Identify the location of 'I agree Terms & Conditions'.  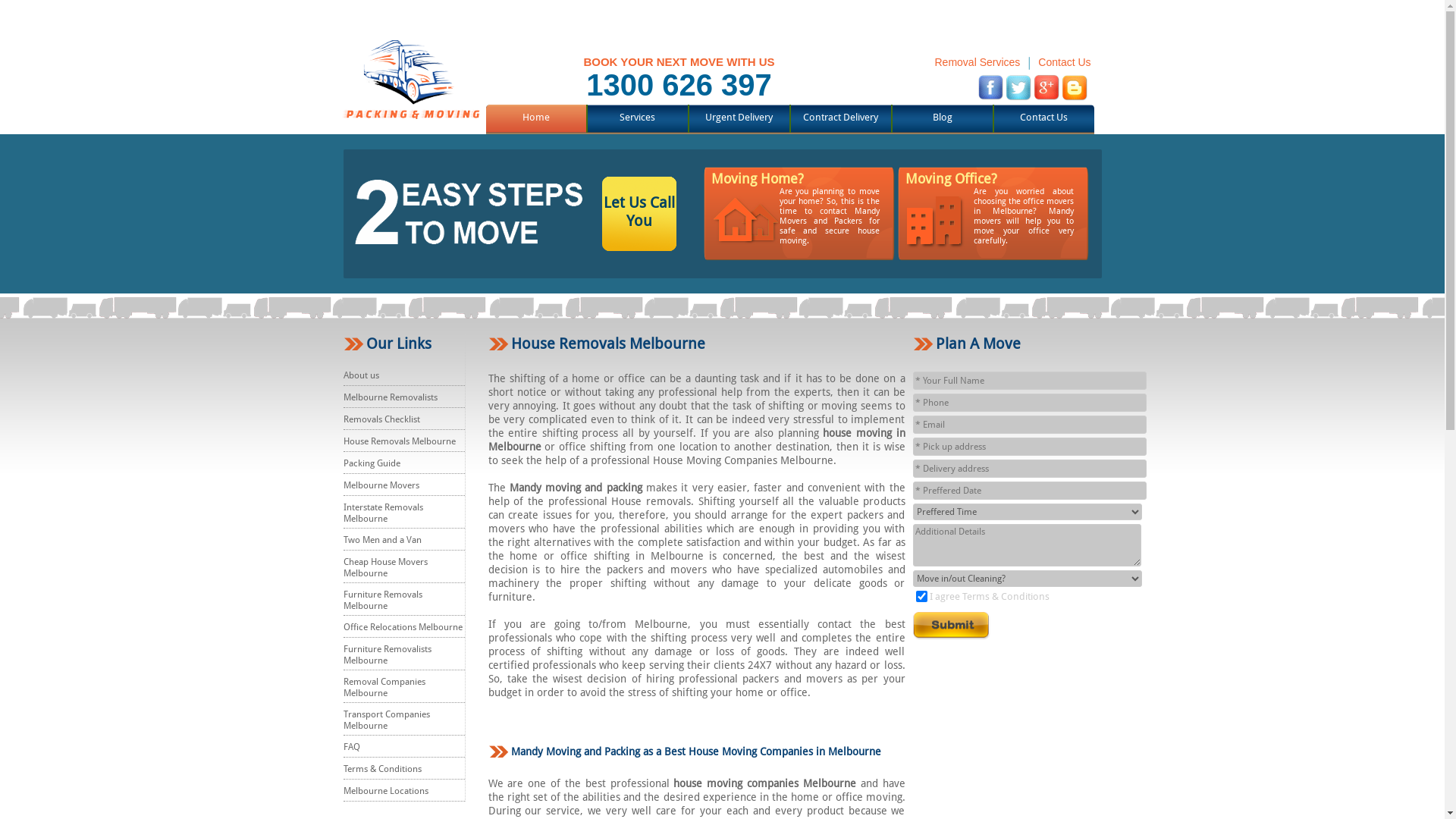
(990, 595).